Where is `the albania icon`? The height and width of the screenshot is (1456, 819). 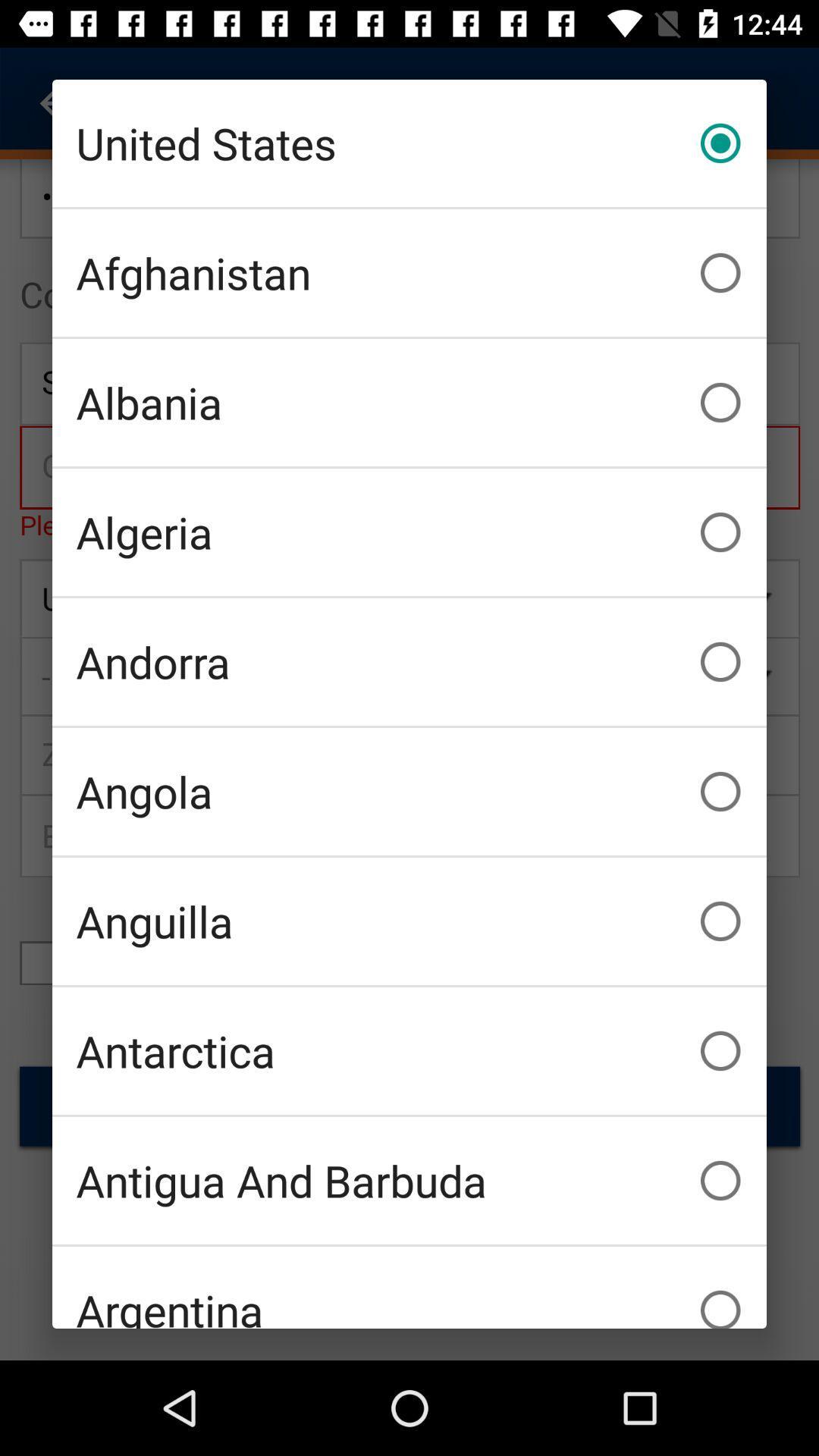 the albania icon is located at coordinates (409, 403).